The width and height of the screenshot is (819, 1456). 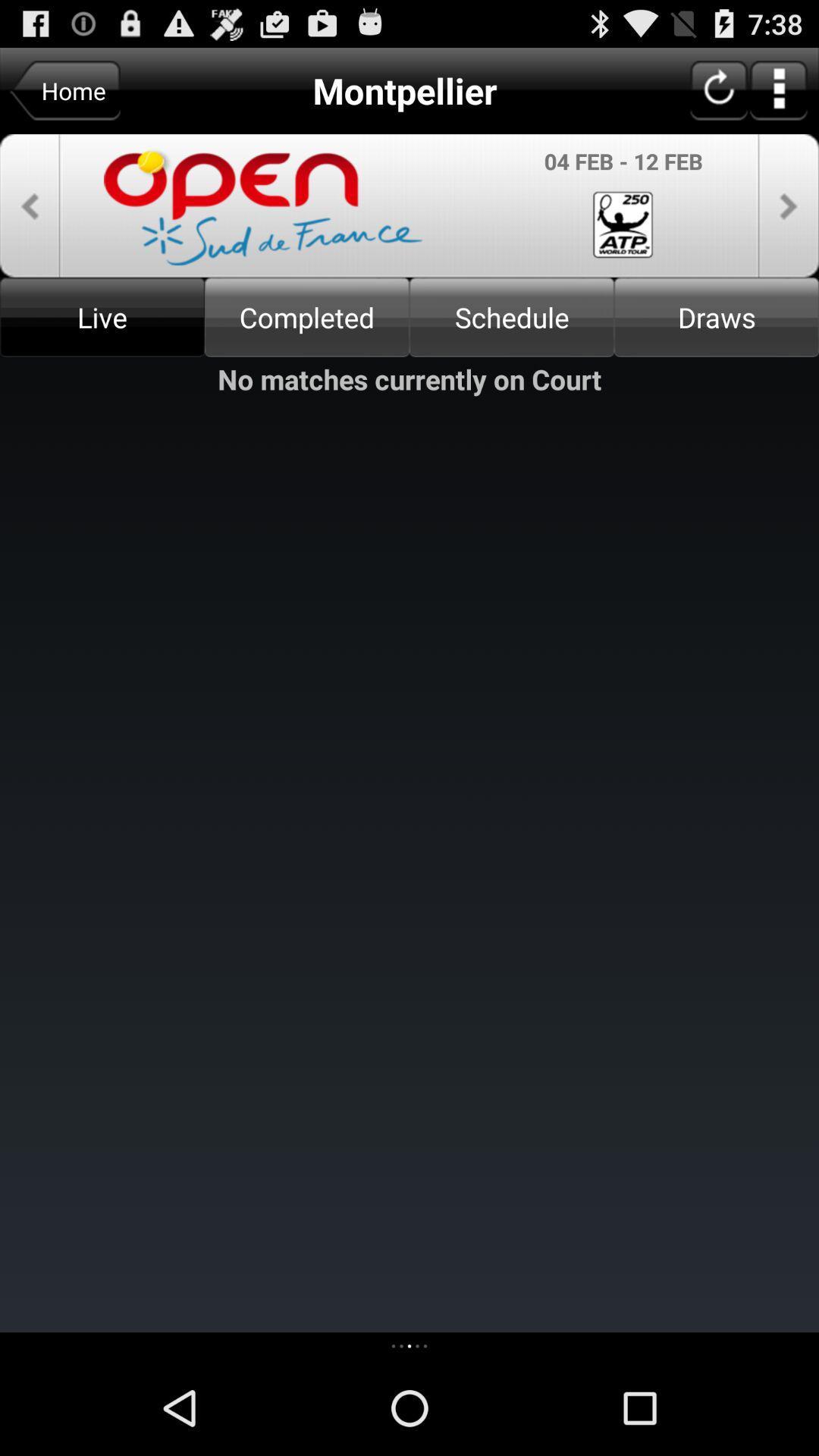 I want to click on the completed button next to the live button, so click(x=307, y=316).